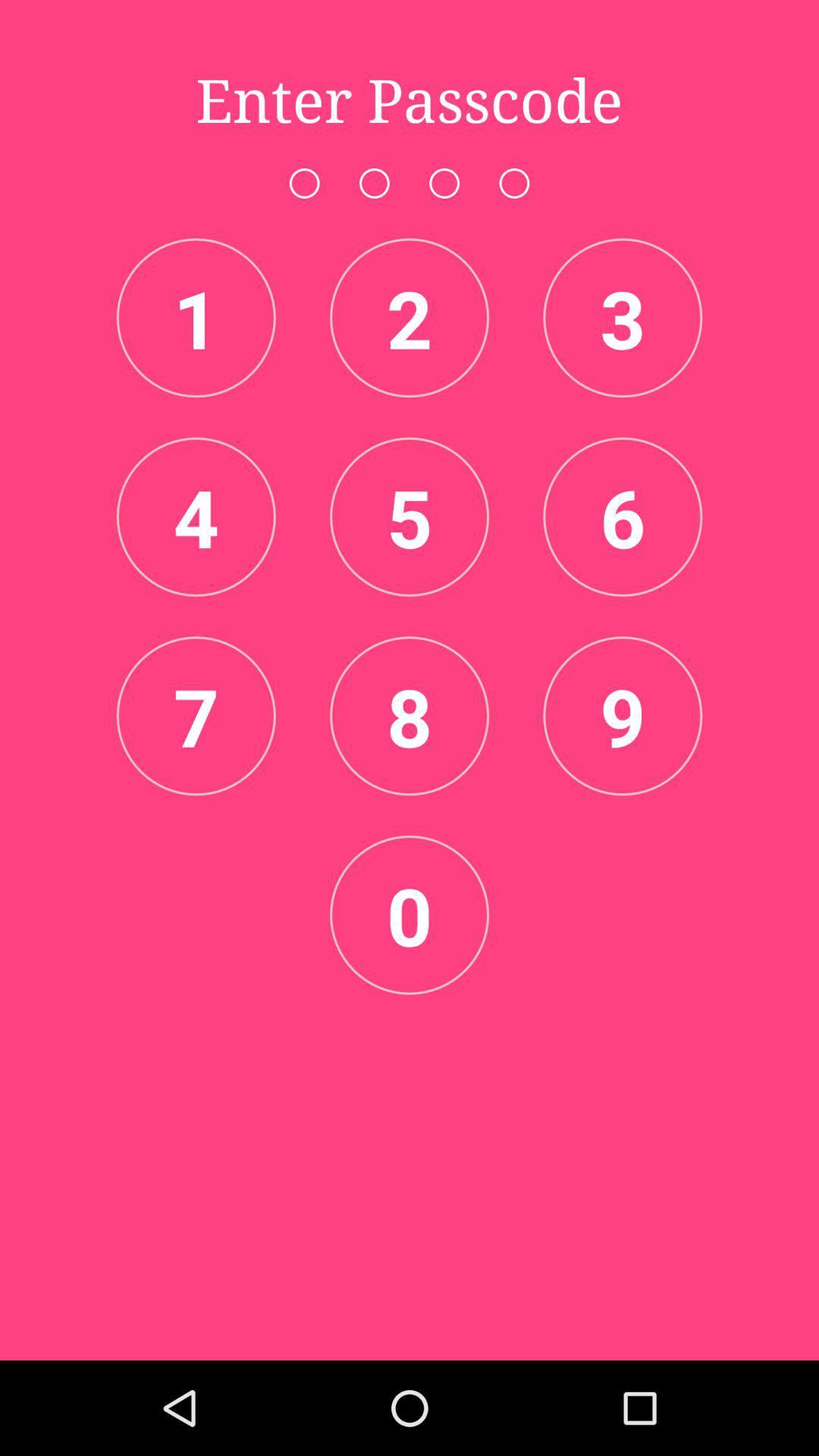 The height and width of the screenshot is (1456, 819). Describe the element at coordinates (623, 516) in the screenshot. I see `the 6 item` at that location.